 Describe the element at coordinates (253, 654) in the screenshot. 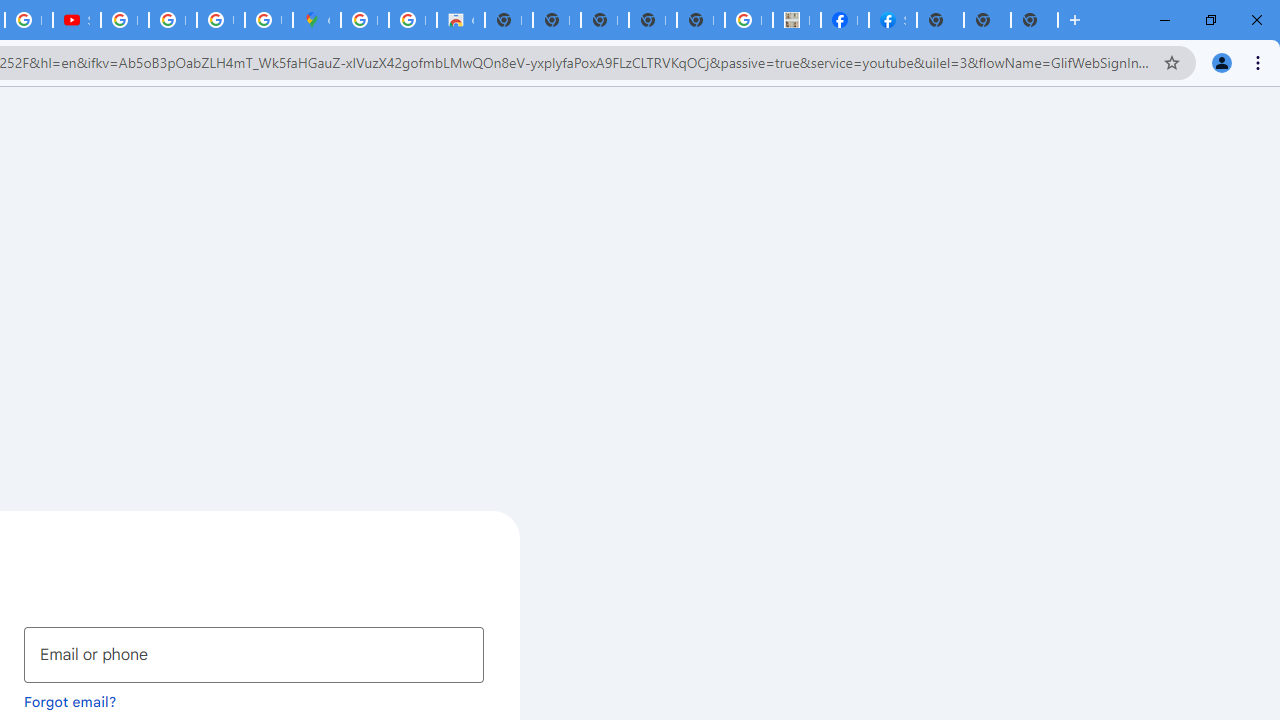

I see `'Email or phone'` at that location.